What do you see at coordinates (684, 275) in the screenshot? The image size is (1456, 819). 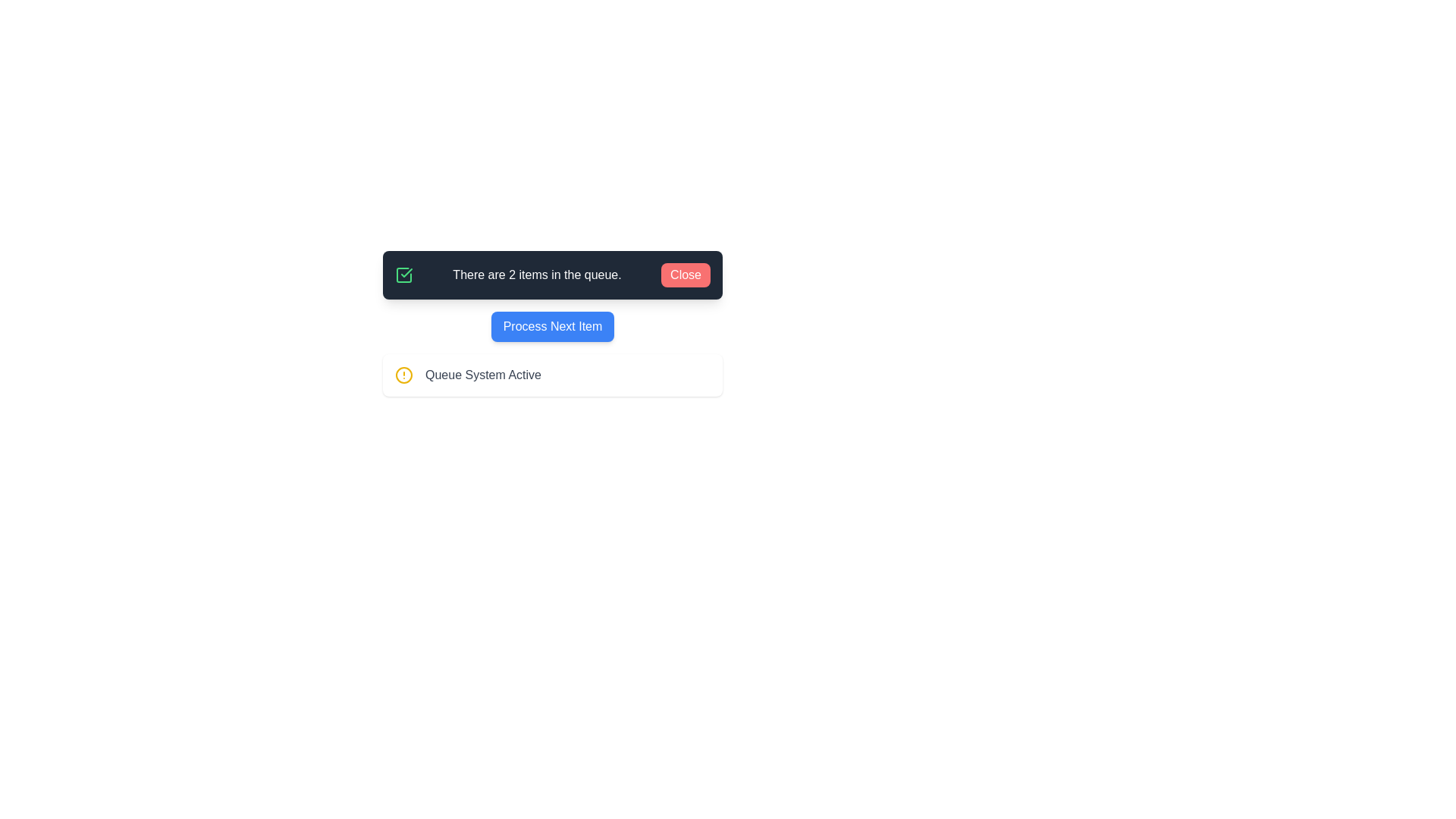 I see `'Close' button to close the snackbar notification` at bounding box center [684, 275].